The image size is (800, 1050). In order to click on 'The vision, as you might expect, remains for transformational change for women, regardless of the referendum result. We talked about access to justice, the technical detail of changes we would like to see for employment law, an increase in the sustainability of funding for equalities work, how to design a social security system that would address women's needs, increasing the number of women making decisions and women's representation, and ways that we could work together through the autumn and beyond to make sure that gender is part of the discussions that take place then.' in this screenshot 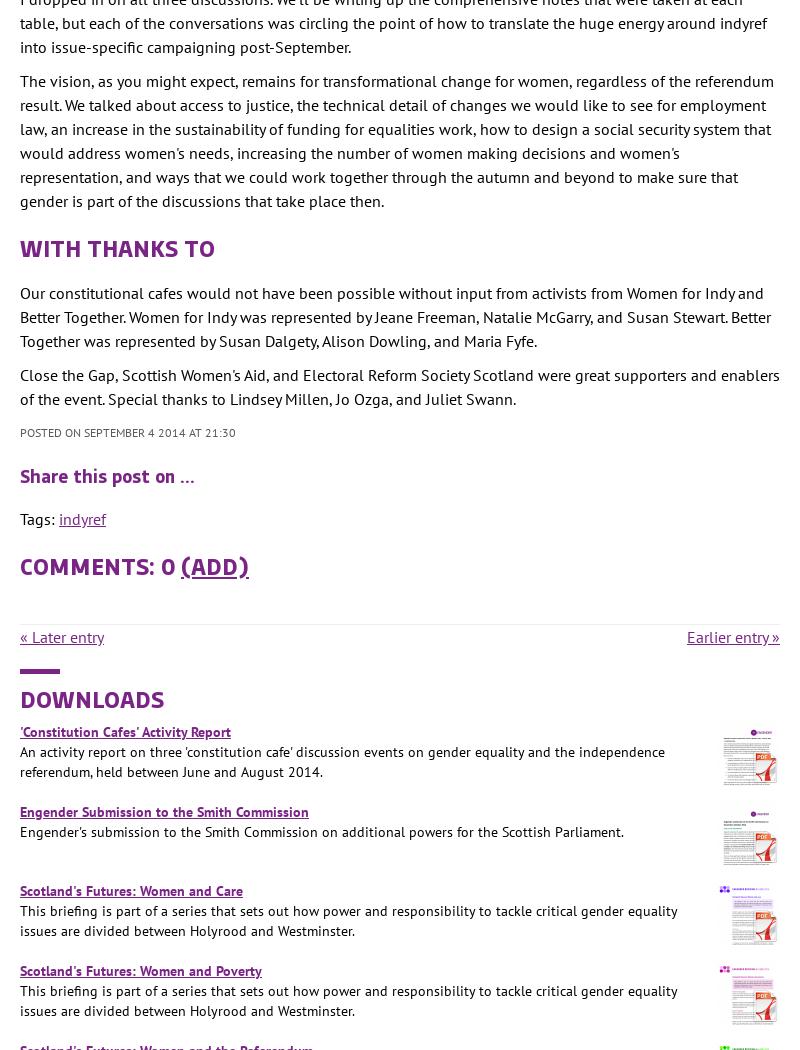, I will do `click(396, 140)`.